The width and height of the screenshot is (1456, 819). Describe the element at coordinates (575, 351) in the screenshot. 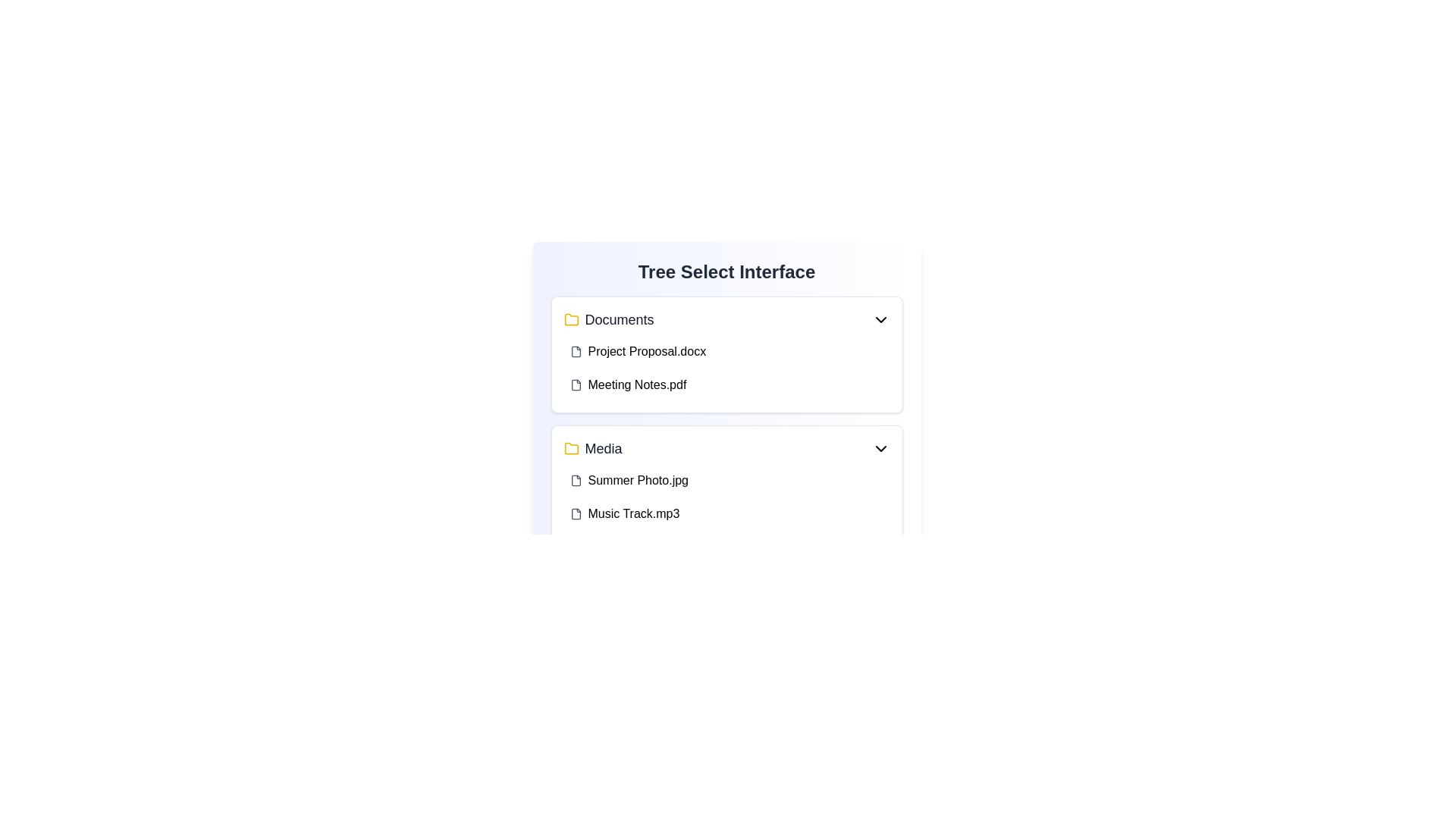

I see `the small gray document icon located to the left of the text label 'Project Proposal.docx'` at that location.